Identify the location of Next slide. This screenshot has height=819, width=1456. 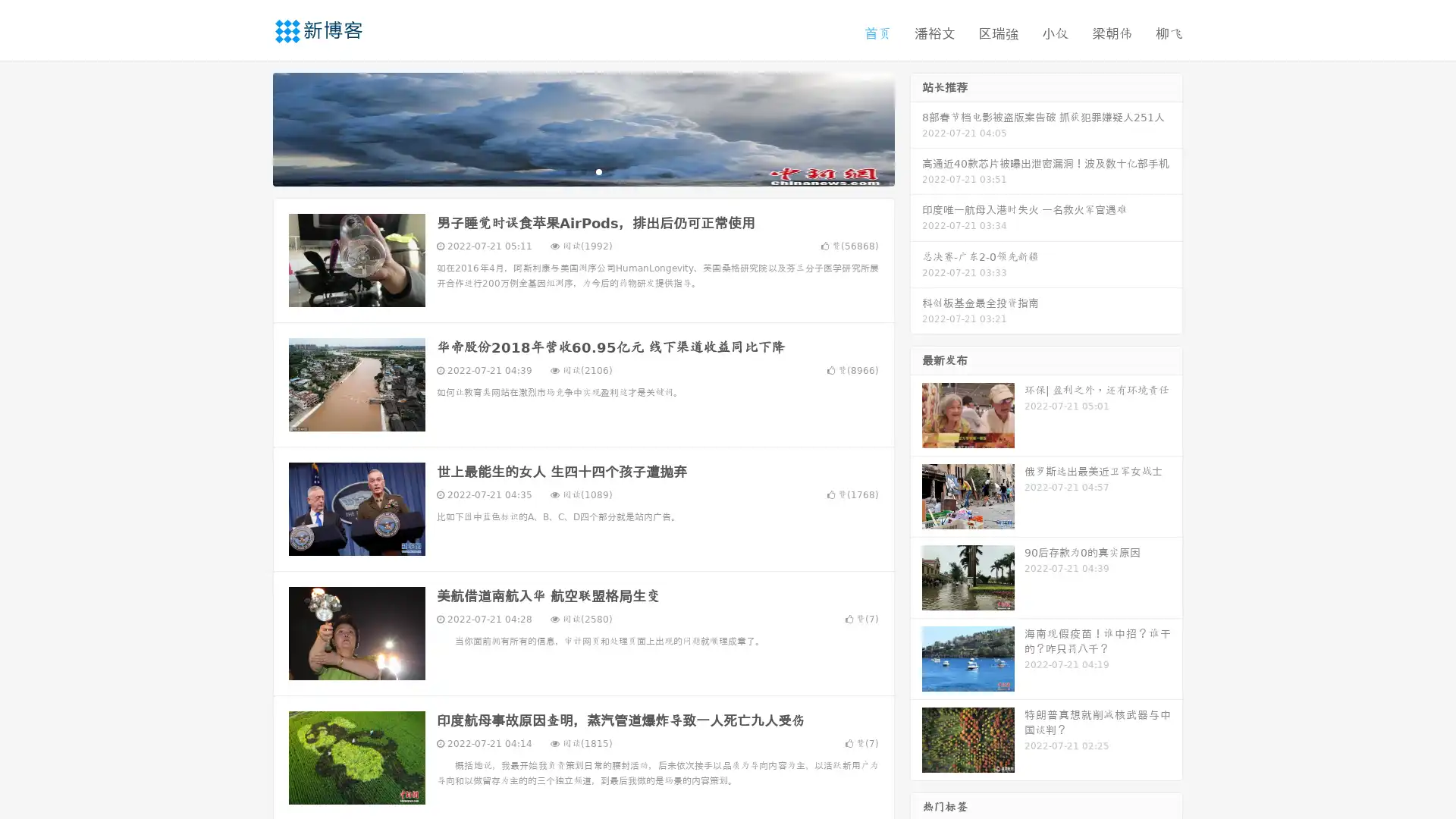
(916, 127).